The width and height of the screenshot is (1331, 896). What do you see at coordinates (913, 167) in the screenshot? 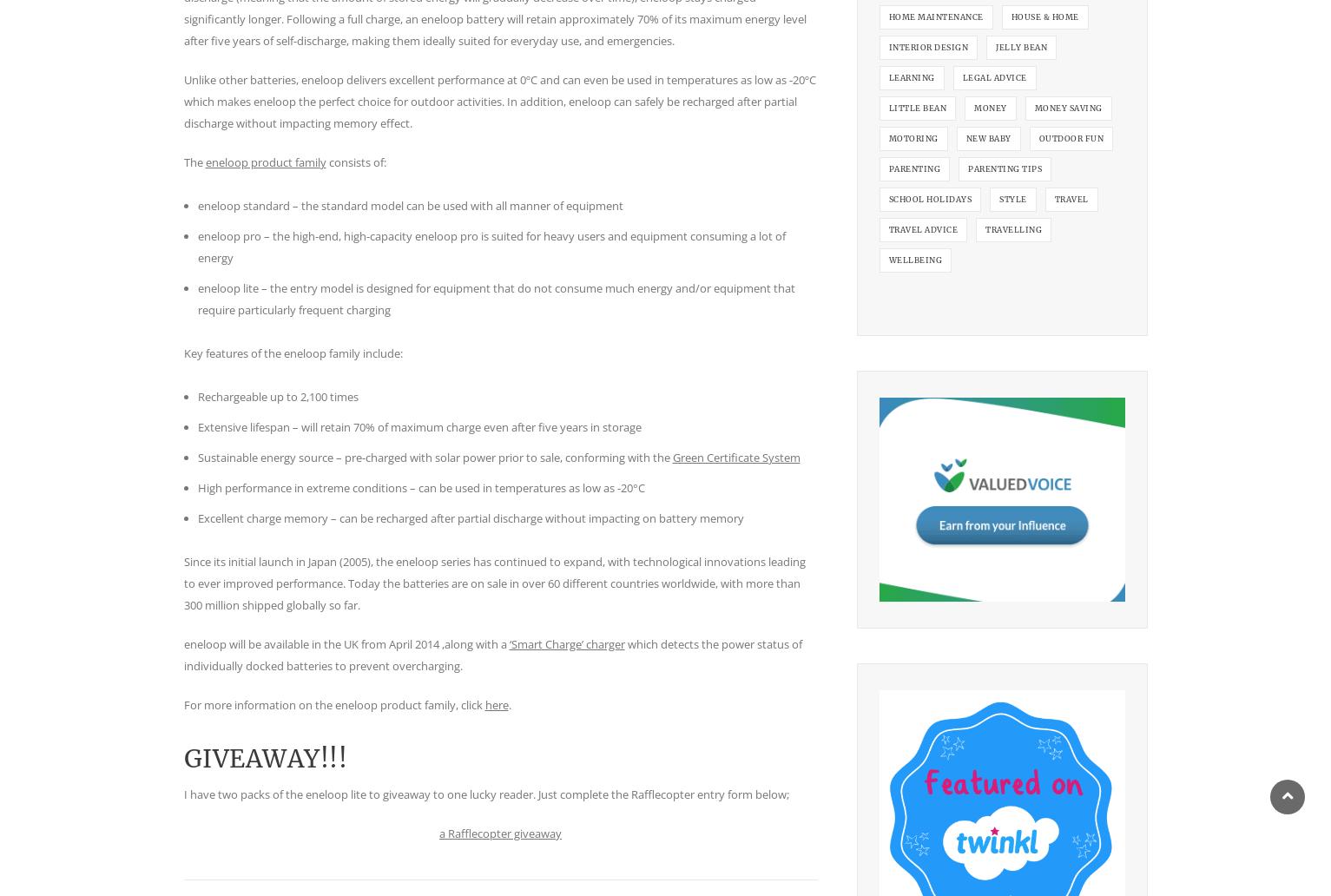
I see `'parenting'` at bounding box center [913, 167].